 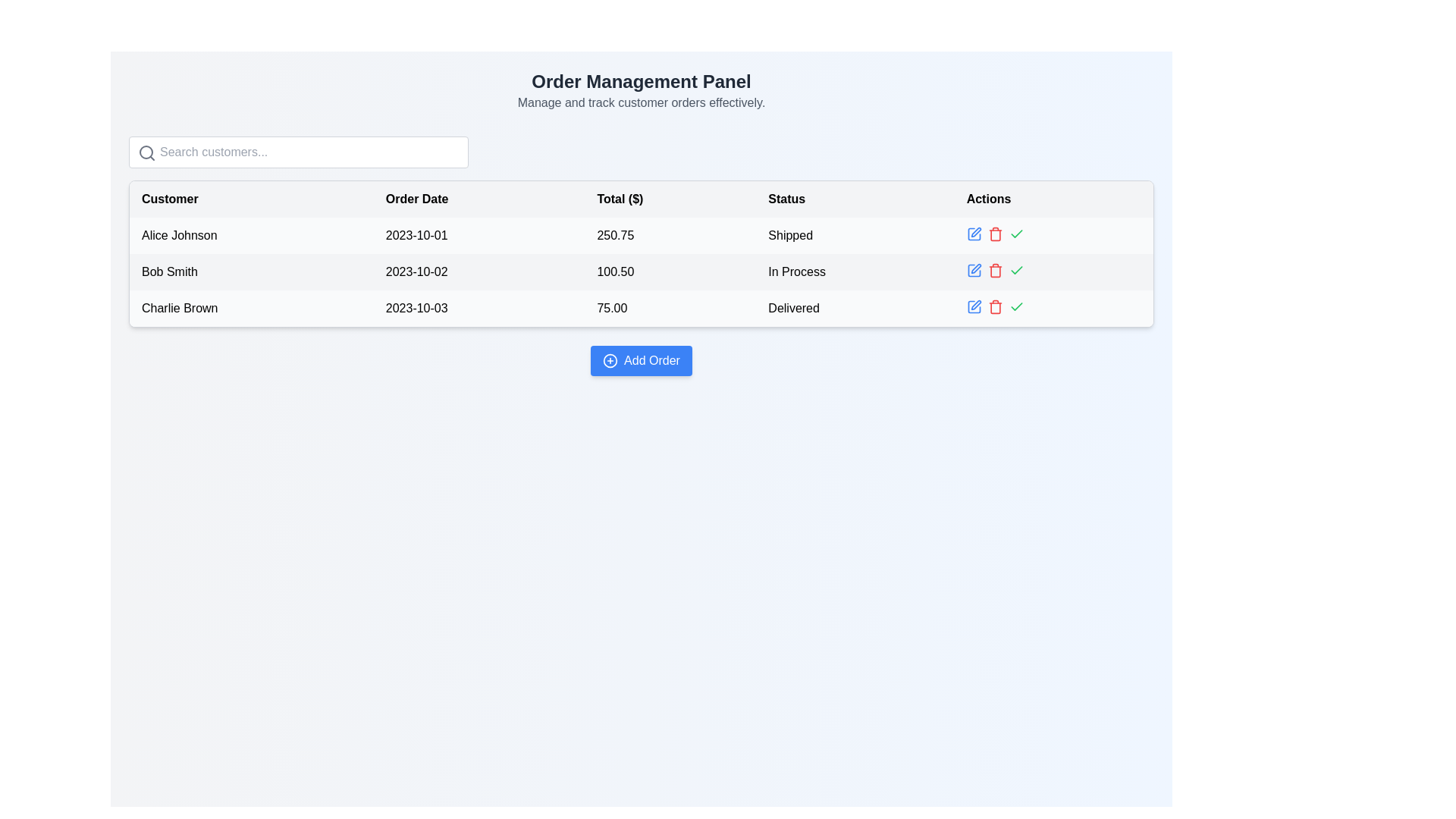 I want to click on the confirmation icon button located in the third row under the 'Actions' column of the table to confirm an action, so click(x=1016, y=270).